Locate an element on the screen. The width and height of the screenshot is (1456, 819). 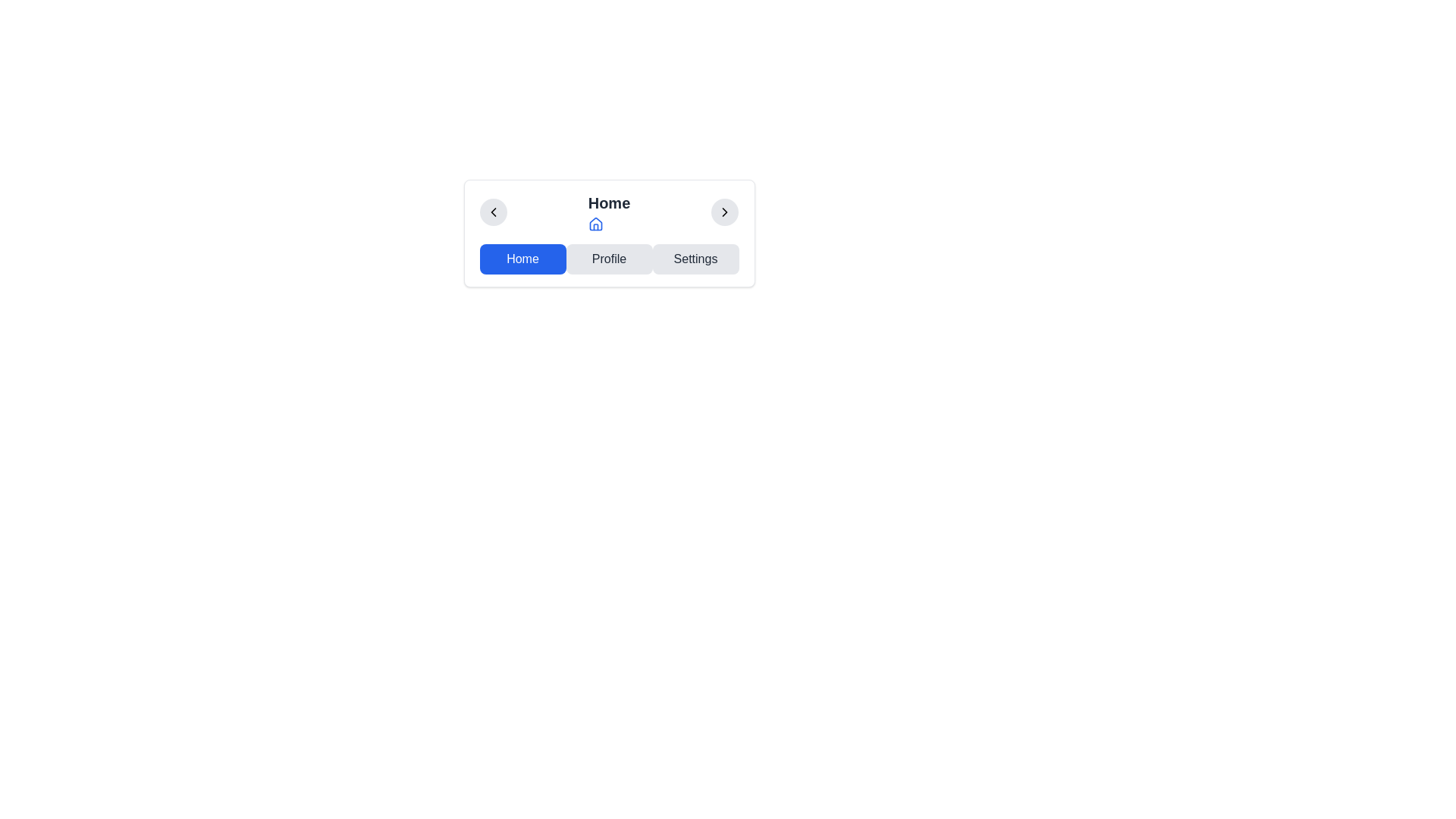
the small chevron icon with a black outline located within the circular gray button on the far right side of the row containing the 'Home' text is located at coordinates (724, 212).